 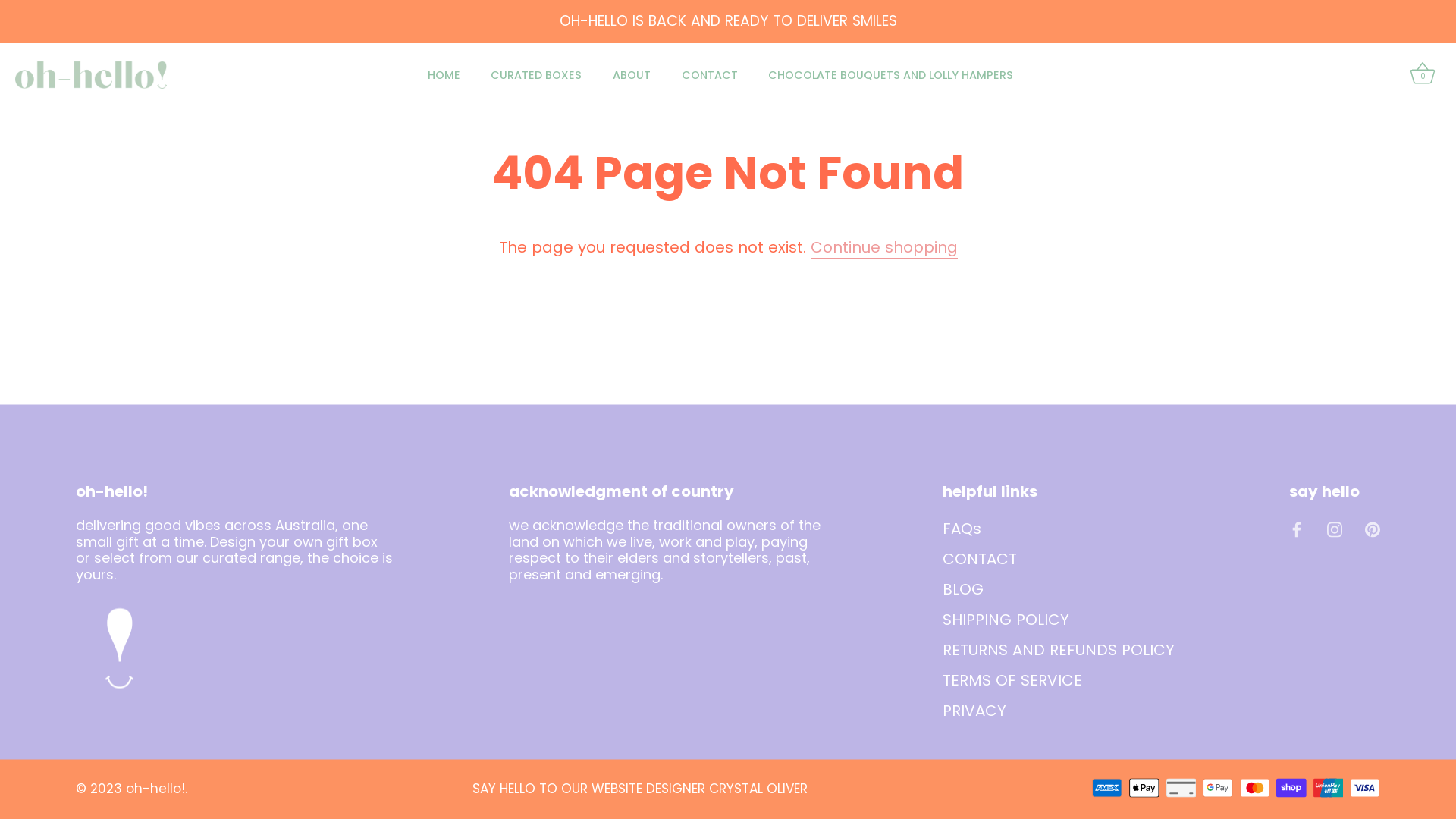 What do you see at coordinates (1404, 75) in the screenshot?
I see `'Basket` at bounding box center [1404, 75].